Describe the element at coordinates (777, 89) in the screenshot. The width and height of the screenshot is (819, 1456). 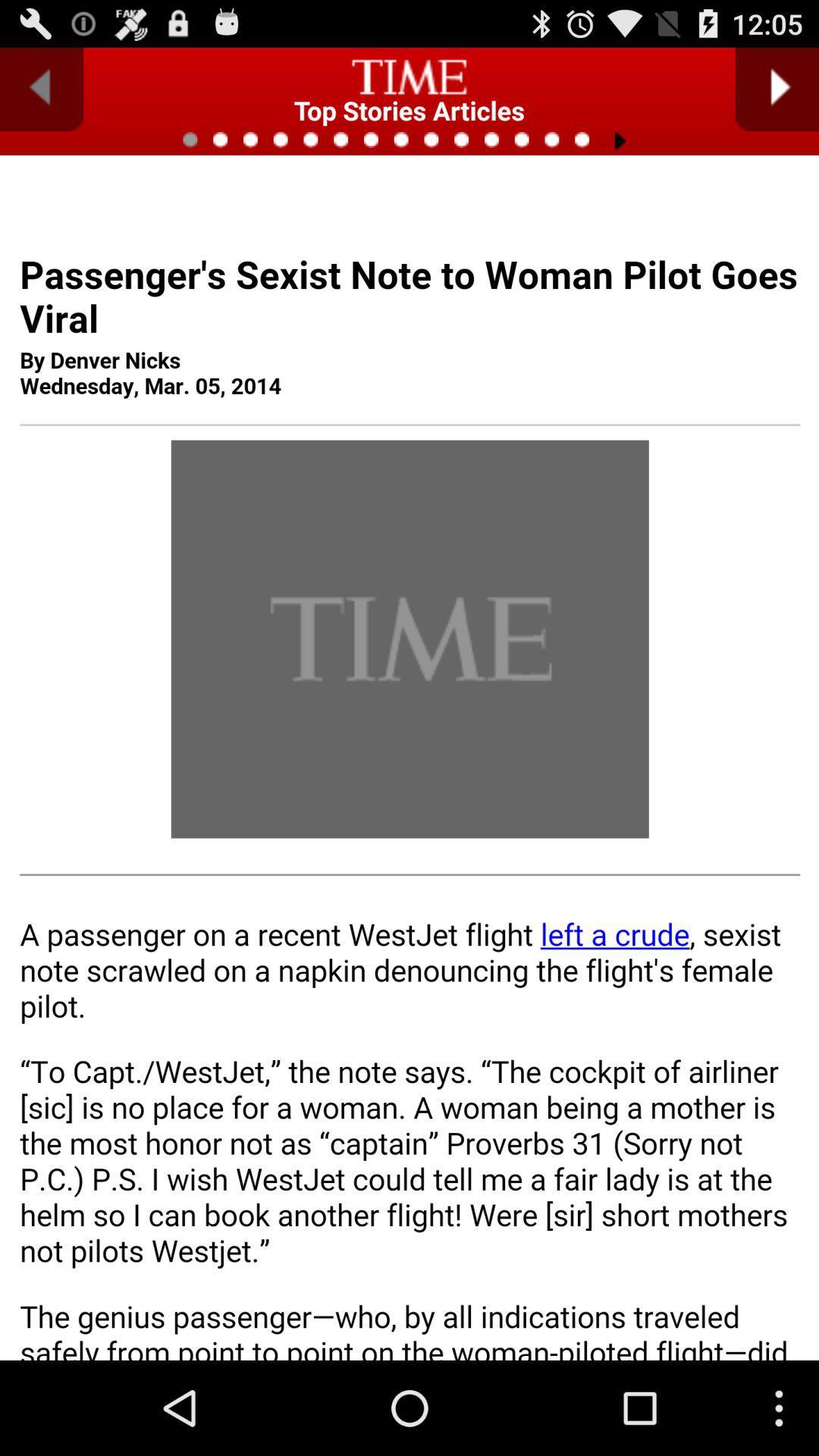
I see `go next button` at that location.